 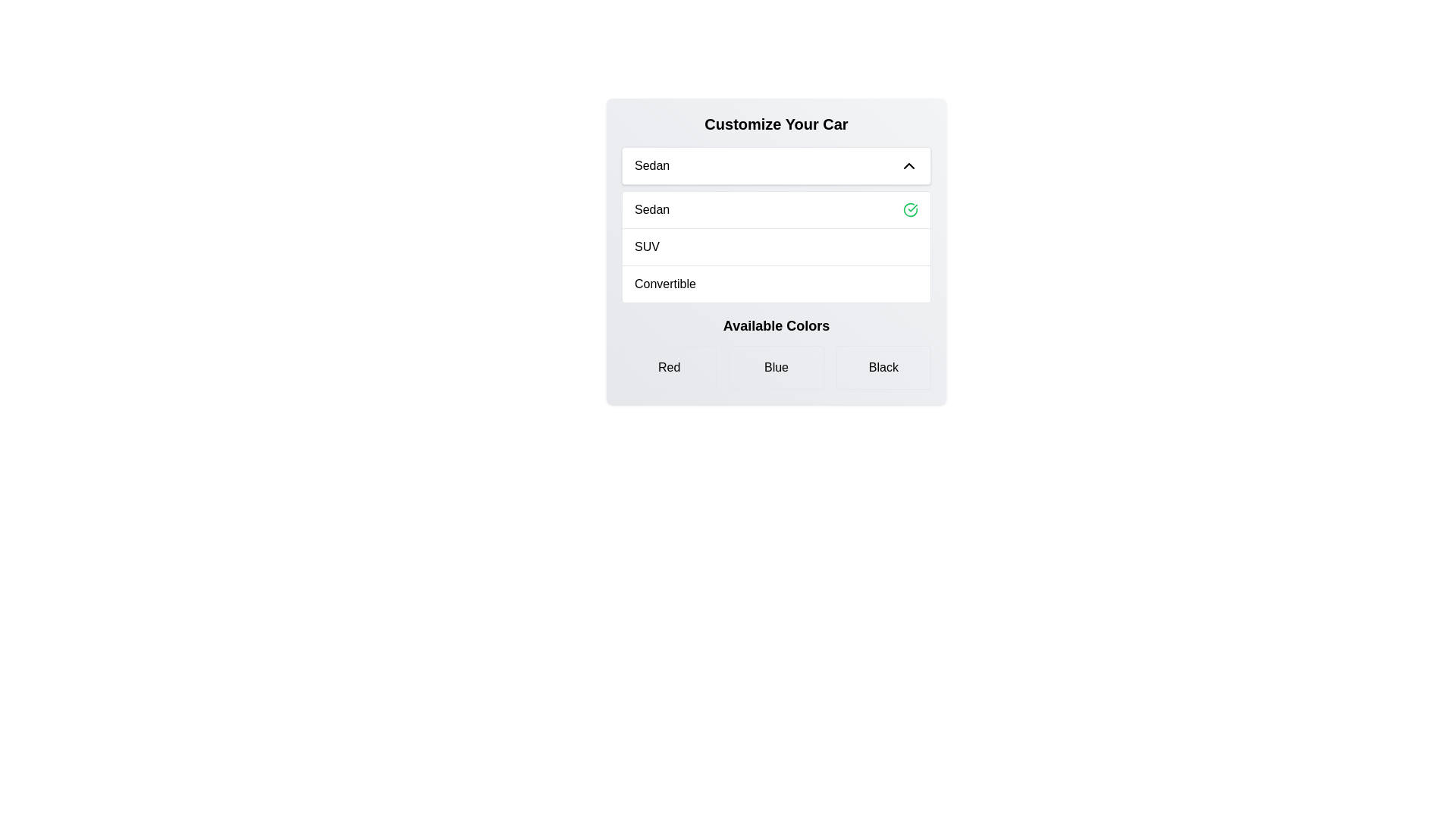 What do you see at coordinates (776, 210) in the screenshot?
I see `the first selectable list item labeled 'Sedan'` at bounding box center [776, 210].